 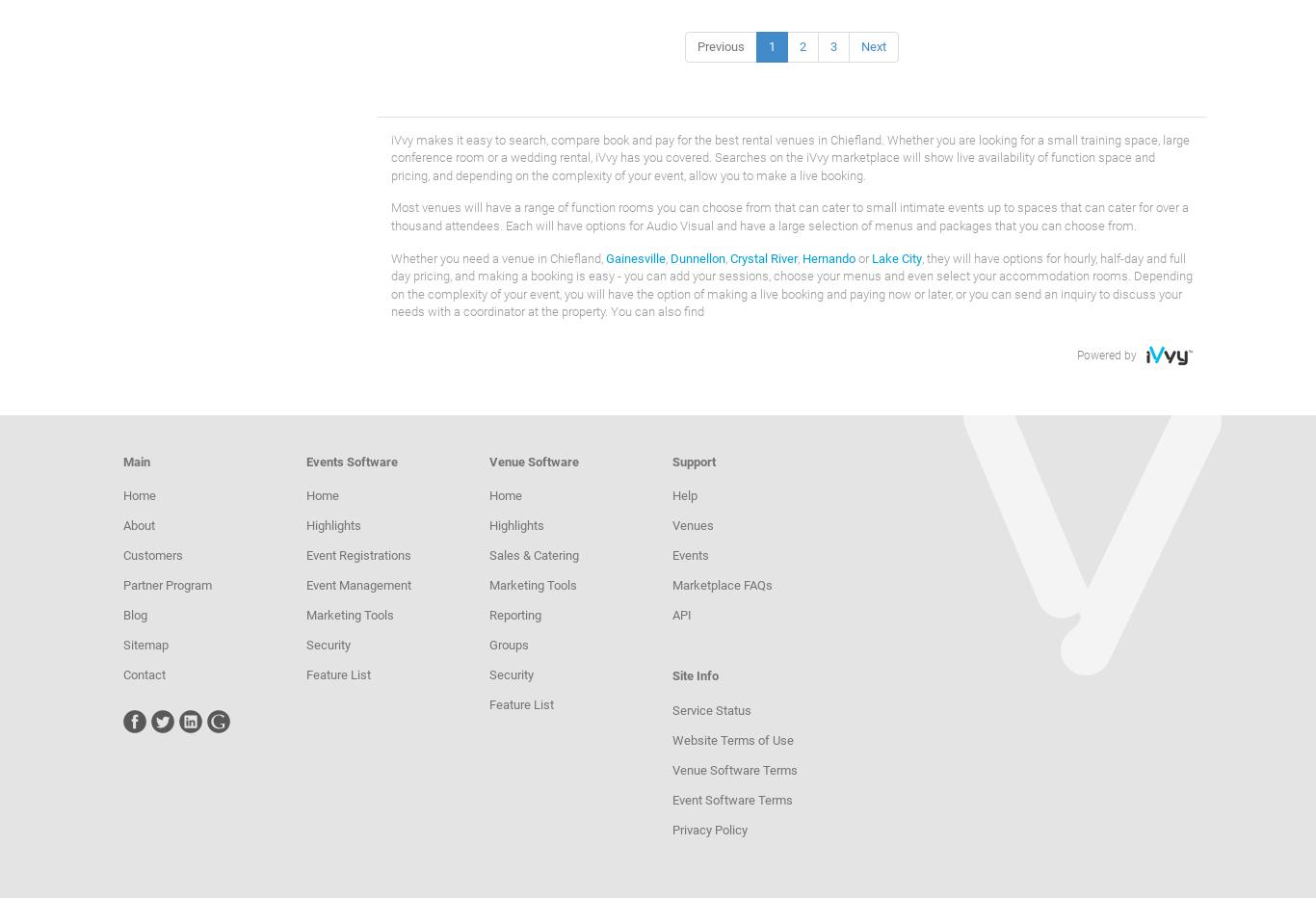 What do you see at coordinates (1075, 353) in the screenshot?
I see `'Powered by'` at bounding box center [1075, 353].